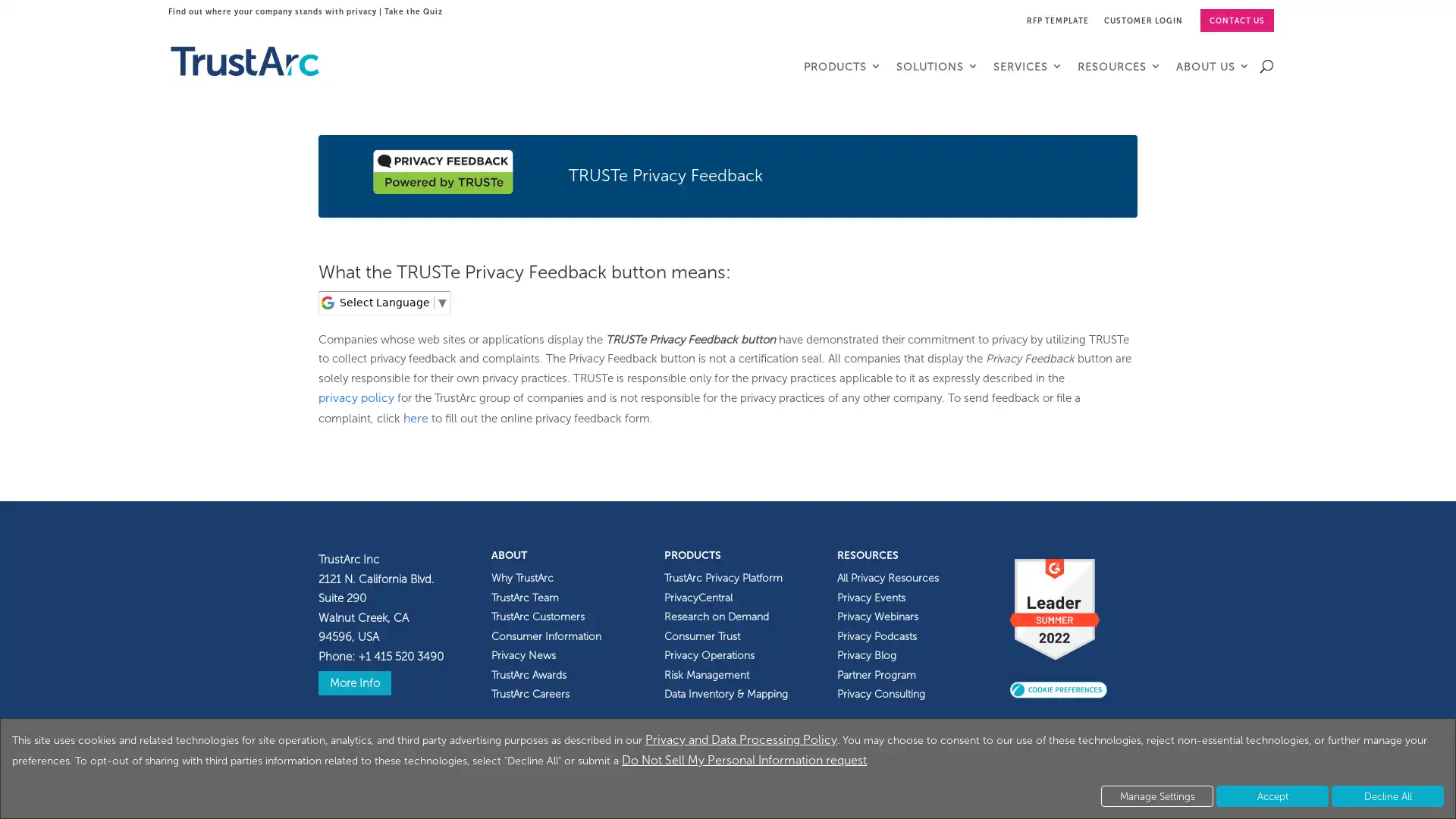 Image resolution: width=1456 pixels, height=819 pixels. What do you see at coordinates (1387, 795) in the screenshot?
I see `Decline All` at bounding box center [1387, 795].